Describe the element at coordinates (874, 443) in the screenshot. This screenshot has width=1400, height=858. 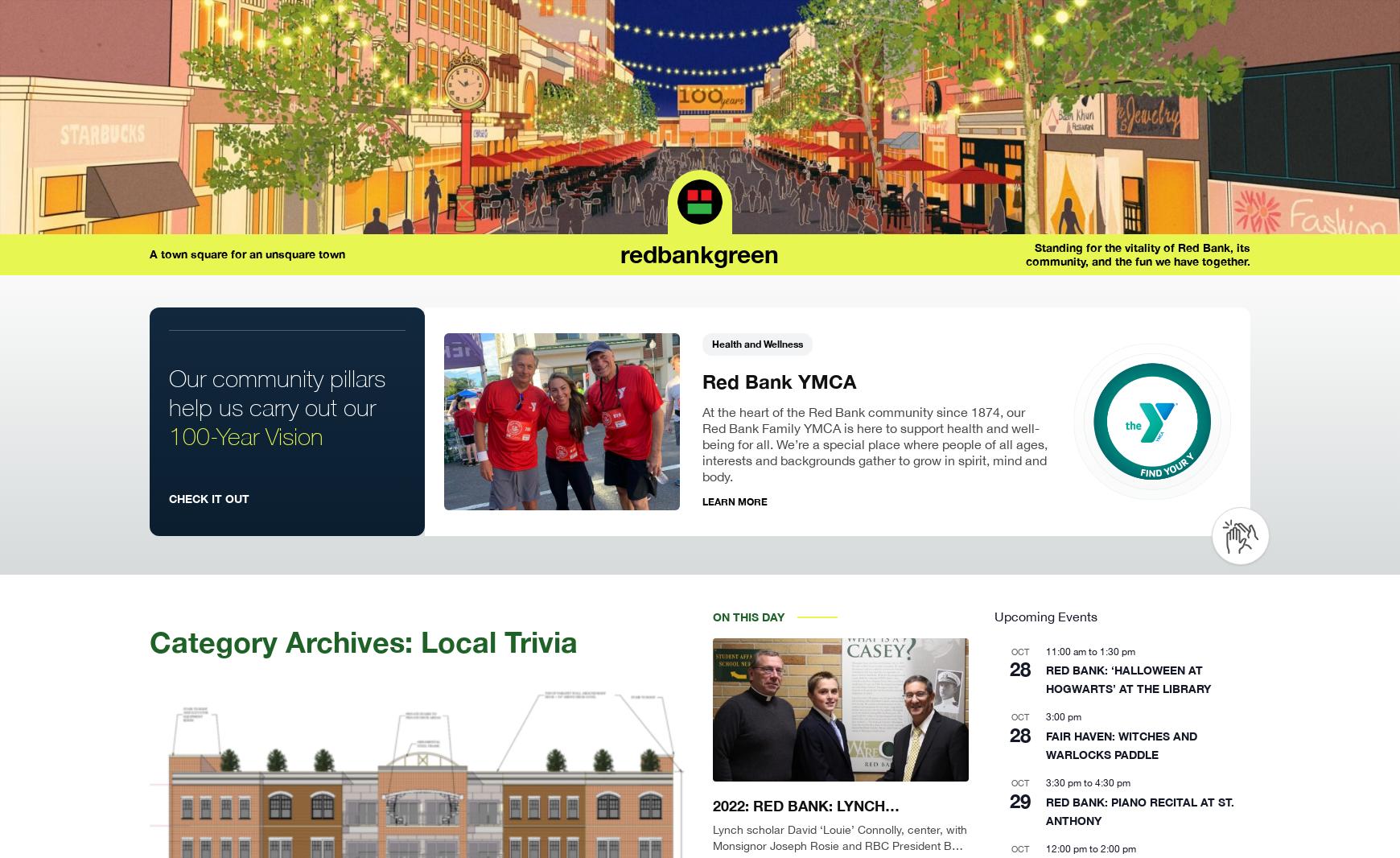
I see `'At the heart of the Red Bank community since 1874, our Red Bank Family YMCA is here to support health and well-being for all. We’re a special place where people of all ages, interests and backgrounds gather to grow in spirit, mind and body.'` at that location.